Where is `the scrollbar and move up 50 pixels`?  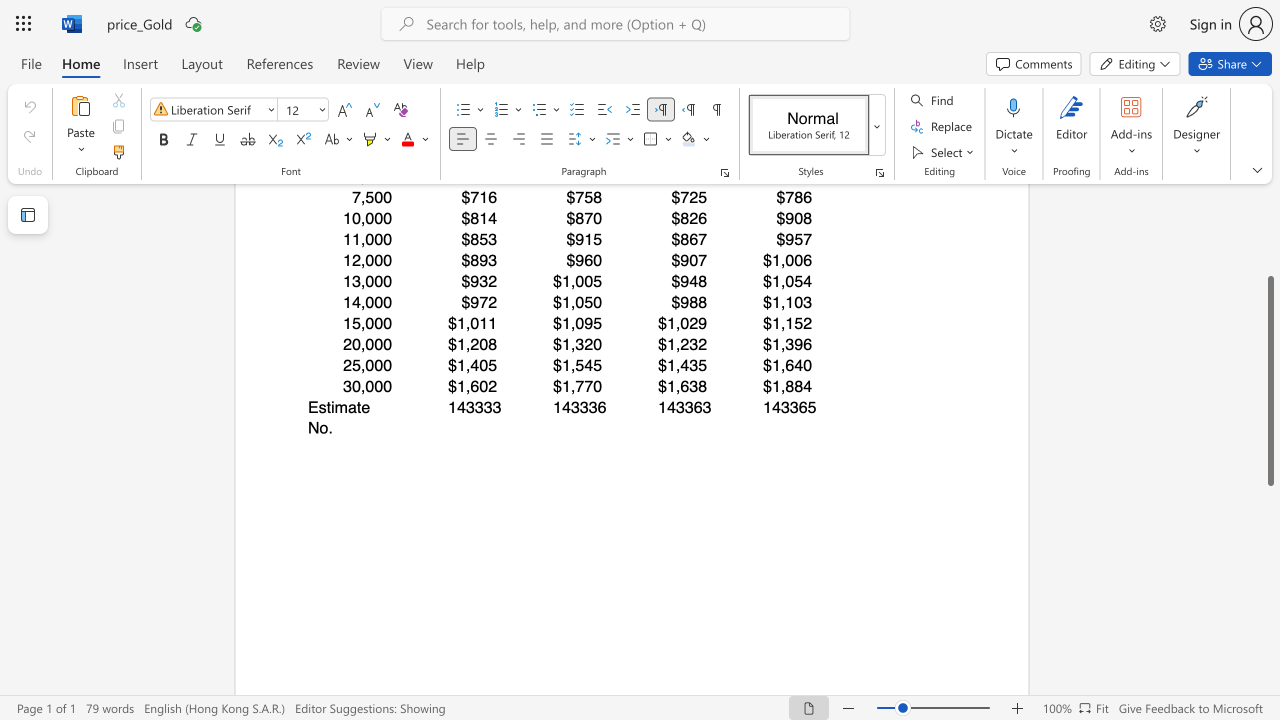
the scrollbar and move up 50 pixels is located at coordinates (1269, 381).